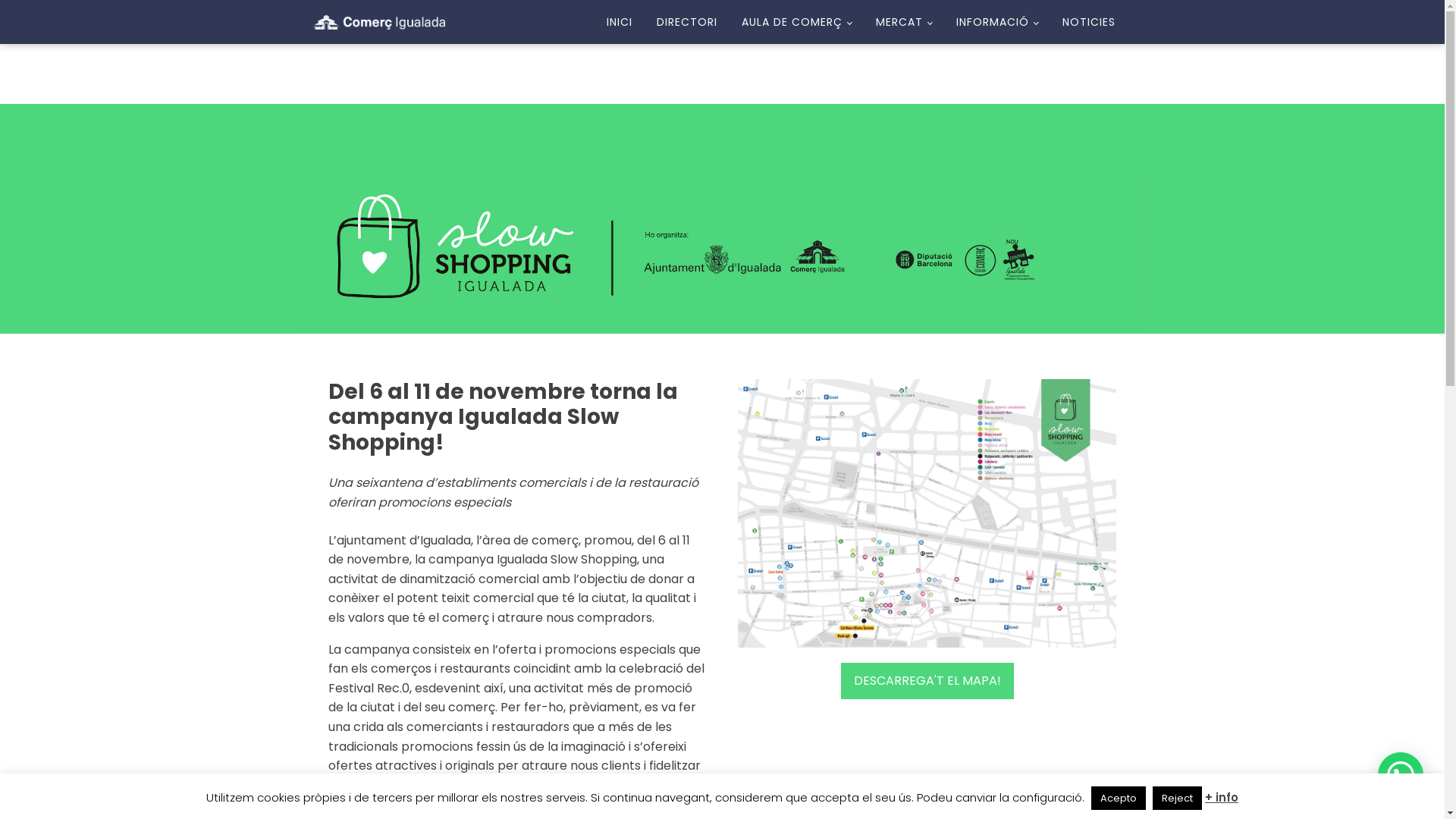  What do you see at coordinates (686, 22) in the screenshot?
I see `'DIRECTORI'` at bounding box center [686, 22].